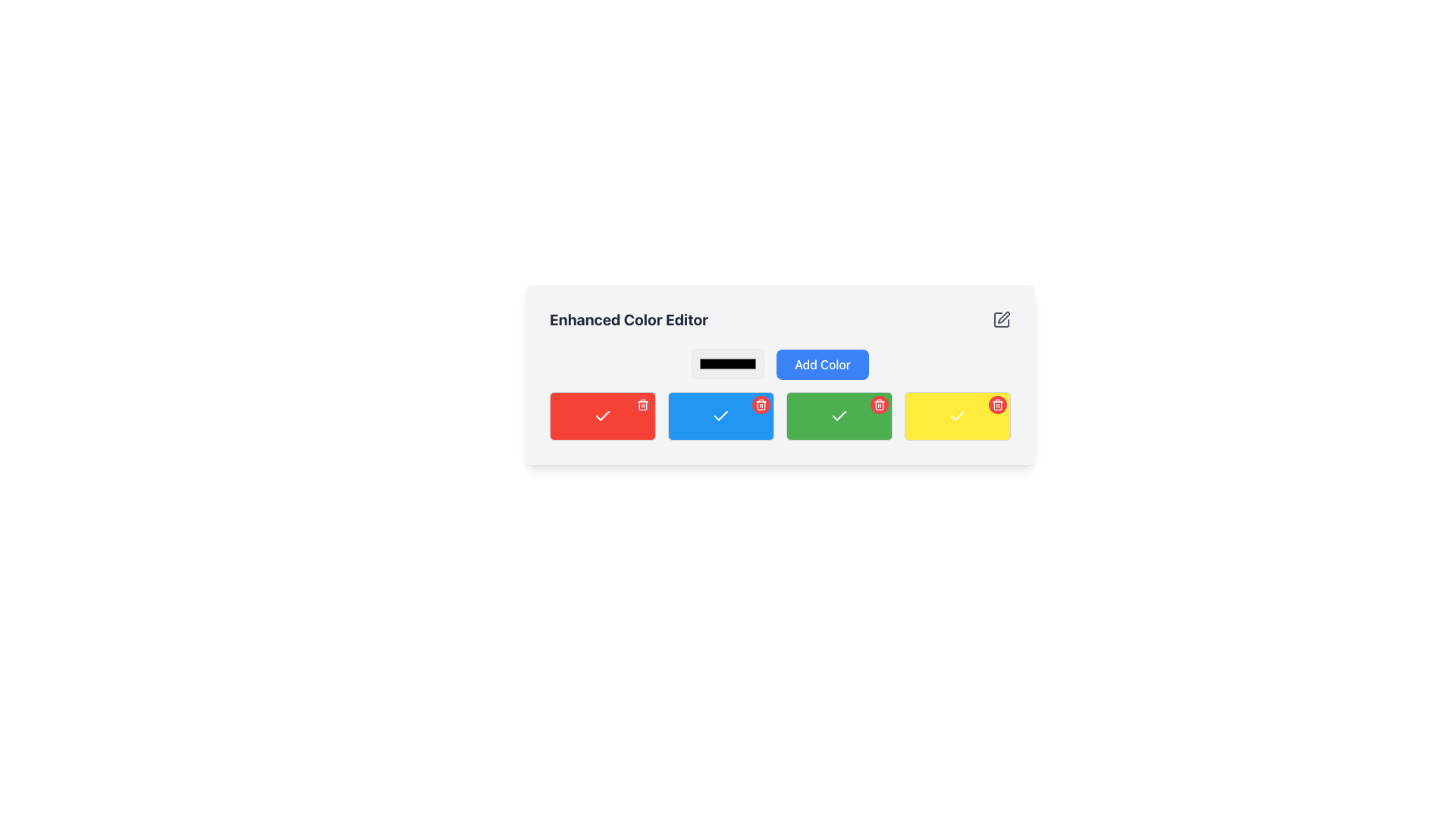 This screenshot has width=1456, height=819. What do you see at coordinates (956, 416) in the screenshot?
I see `the status indicator icon that visually indicates a 'checked' or 'selected' state, located in the fourth yellow block from the left` at bounding box center [956, 416].